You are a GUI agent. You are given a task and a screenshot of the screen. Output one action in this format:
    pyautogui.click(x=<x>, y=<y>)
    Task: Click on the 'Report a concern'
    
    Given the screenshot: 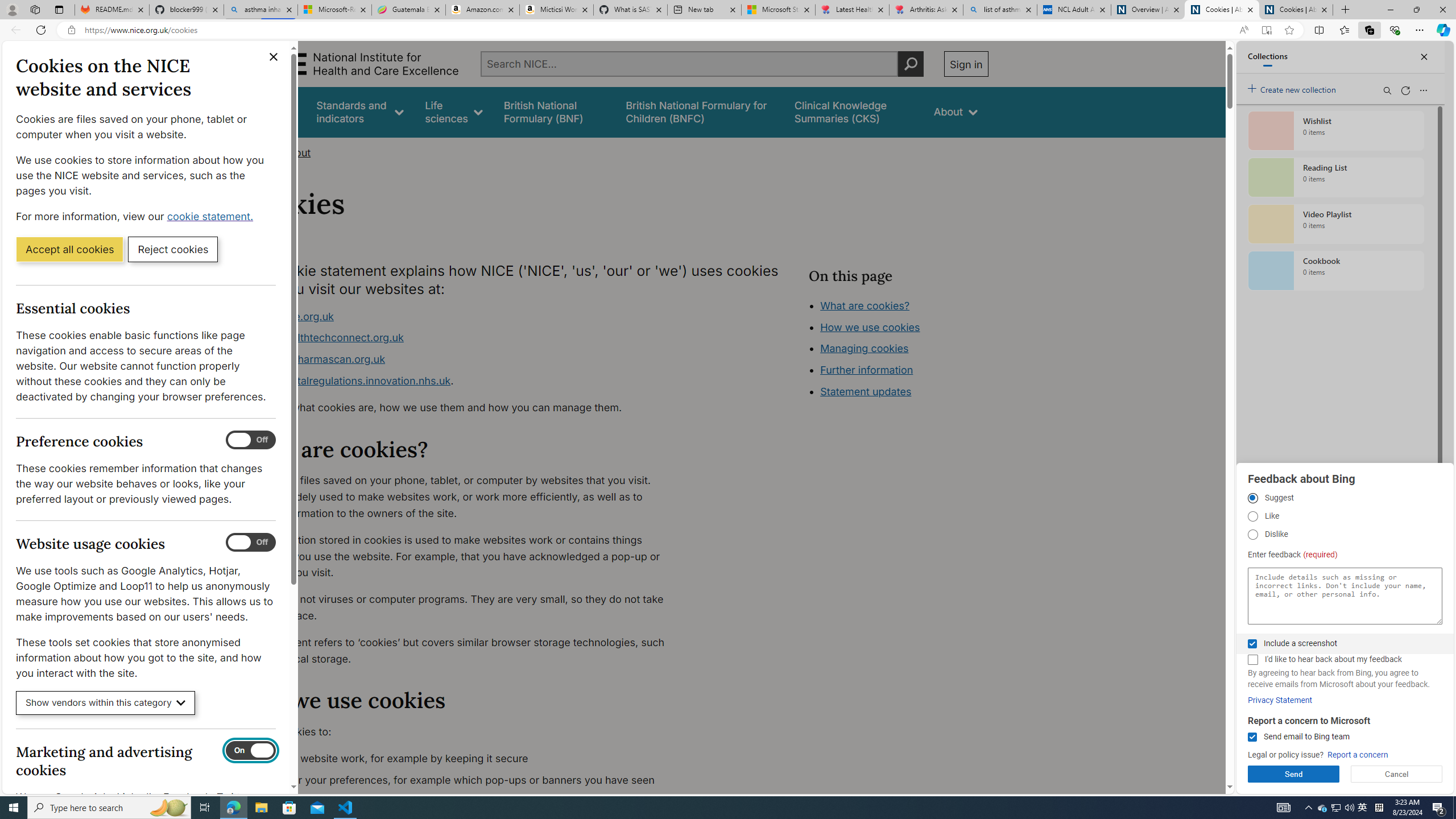 What is the action you would take?
    pyautogui.click(x=1358, y=754)
    